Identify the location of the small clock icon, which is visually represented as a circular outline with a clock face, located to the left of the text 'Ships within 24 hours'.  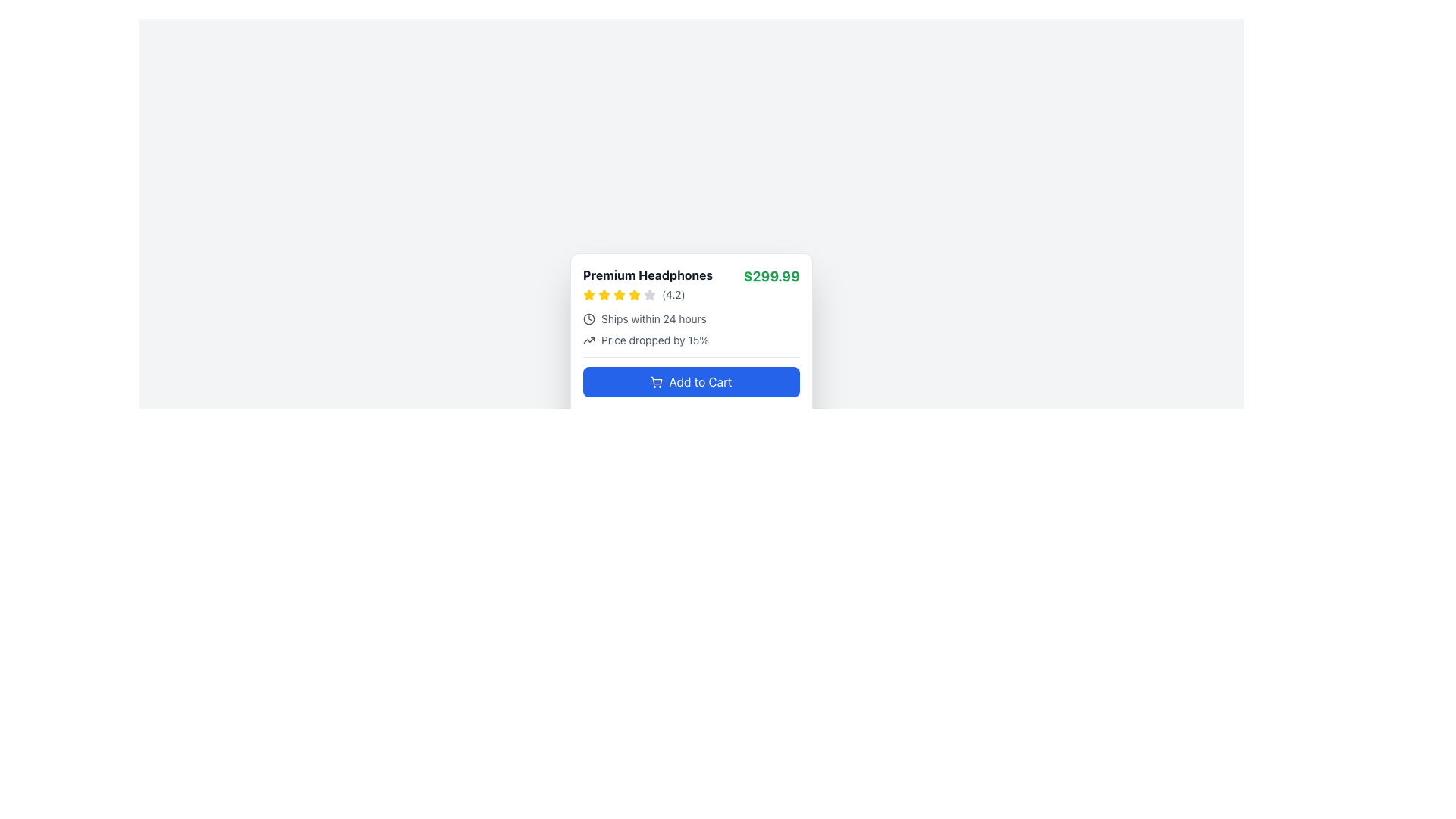
(588, 318).